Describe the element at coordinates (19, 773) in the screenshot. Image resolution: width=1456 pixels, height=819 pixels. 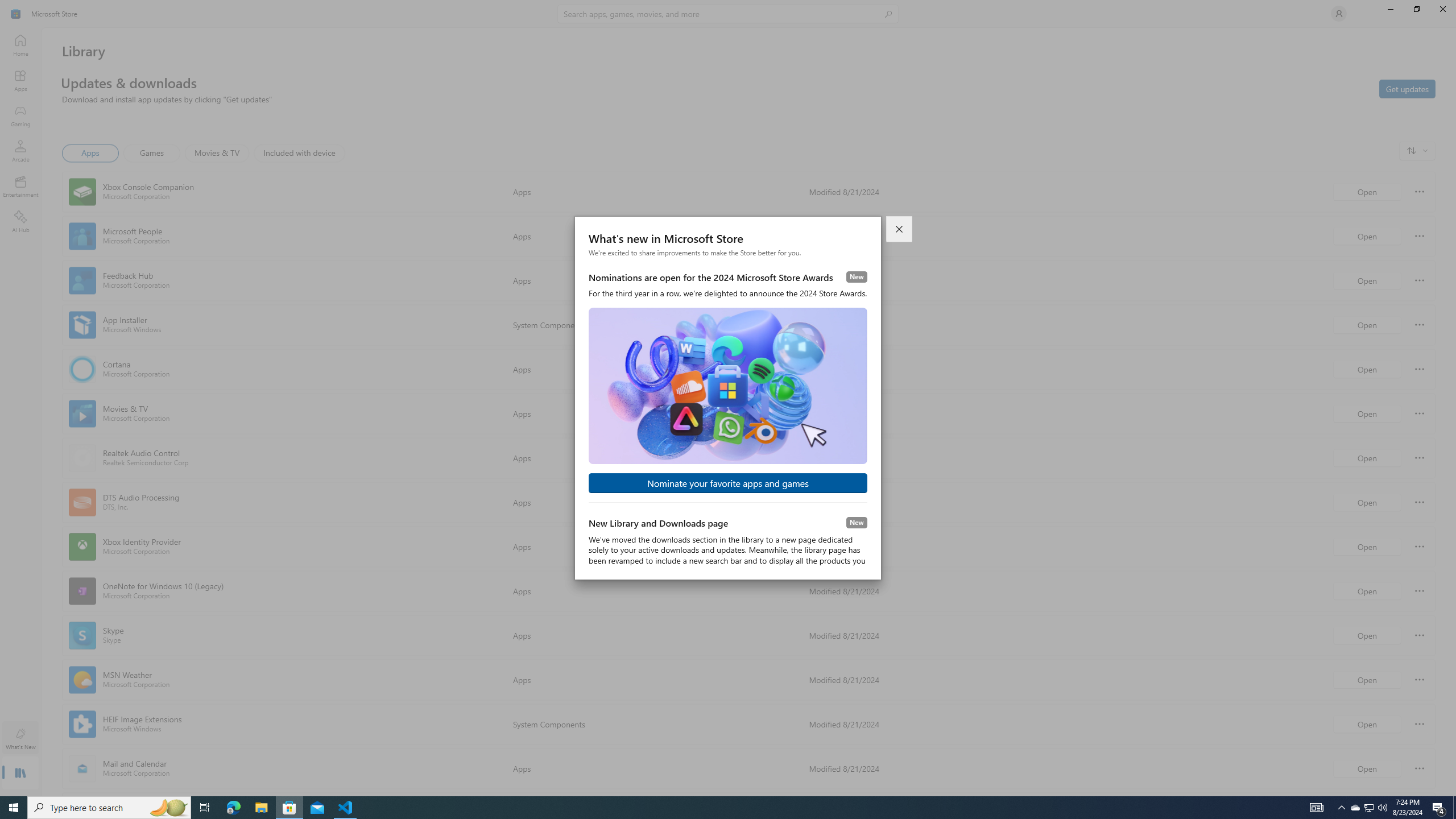
I see `'Library'` at that location.